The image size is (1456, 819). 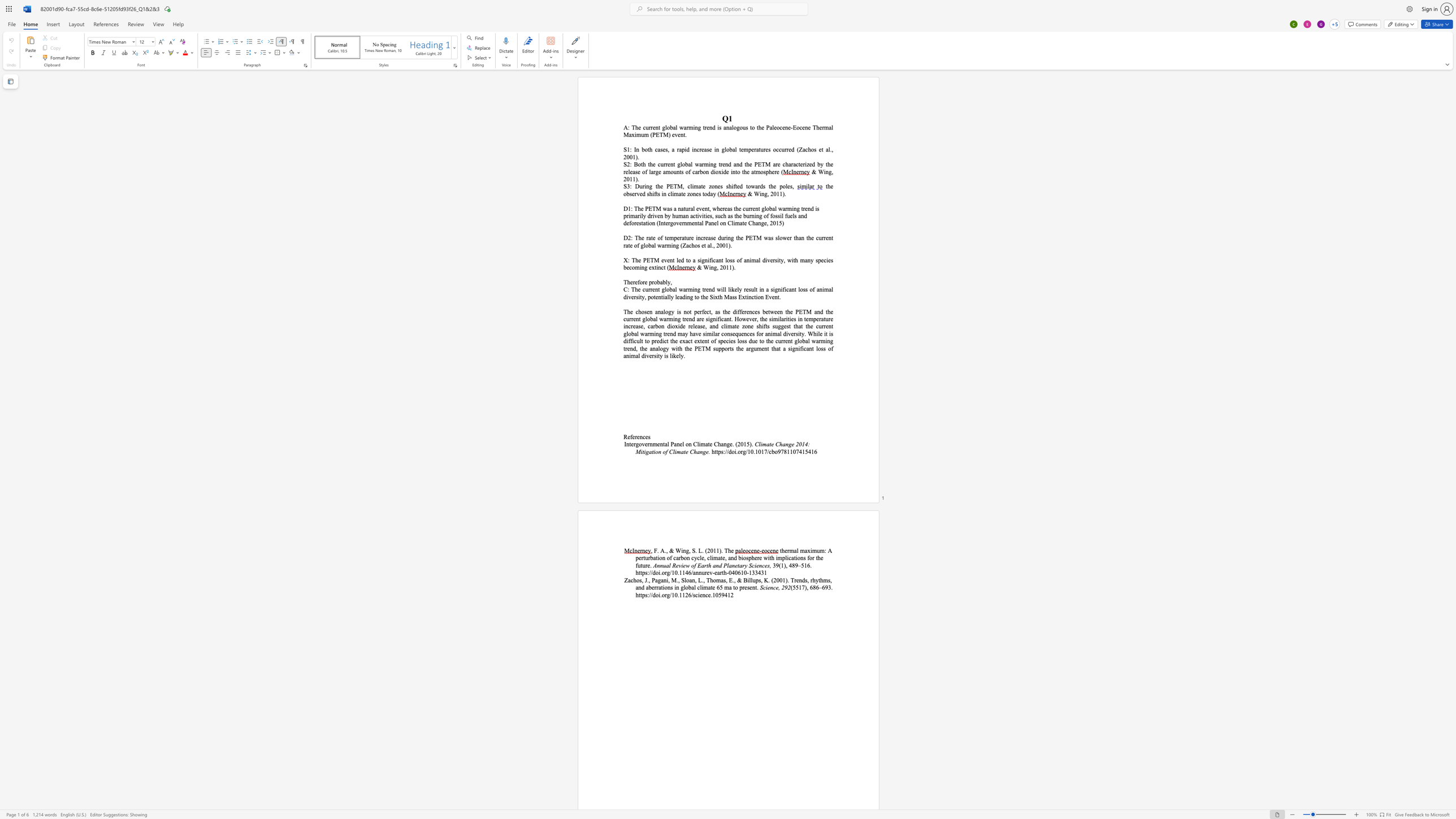 I want to click on the 5th character "e" in the text, so click(x=692, y=237).